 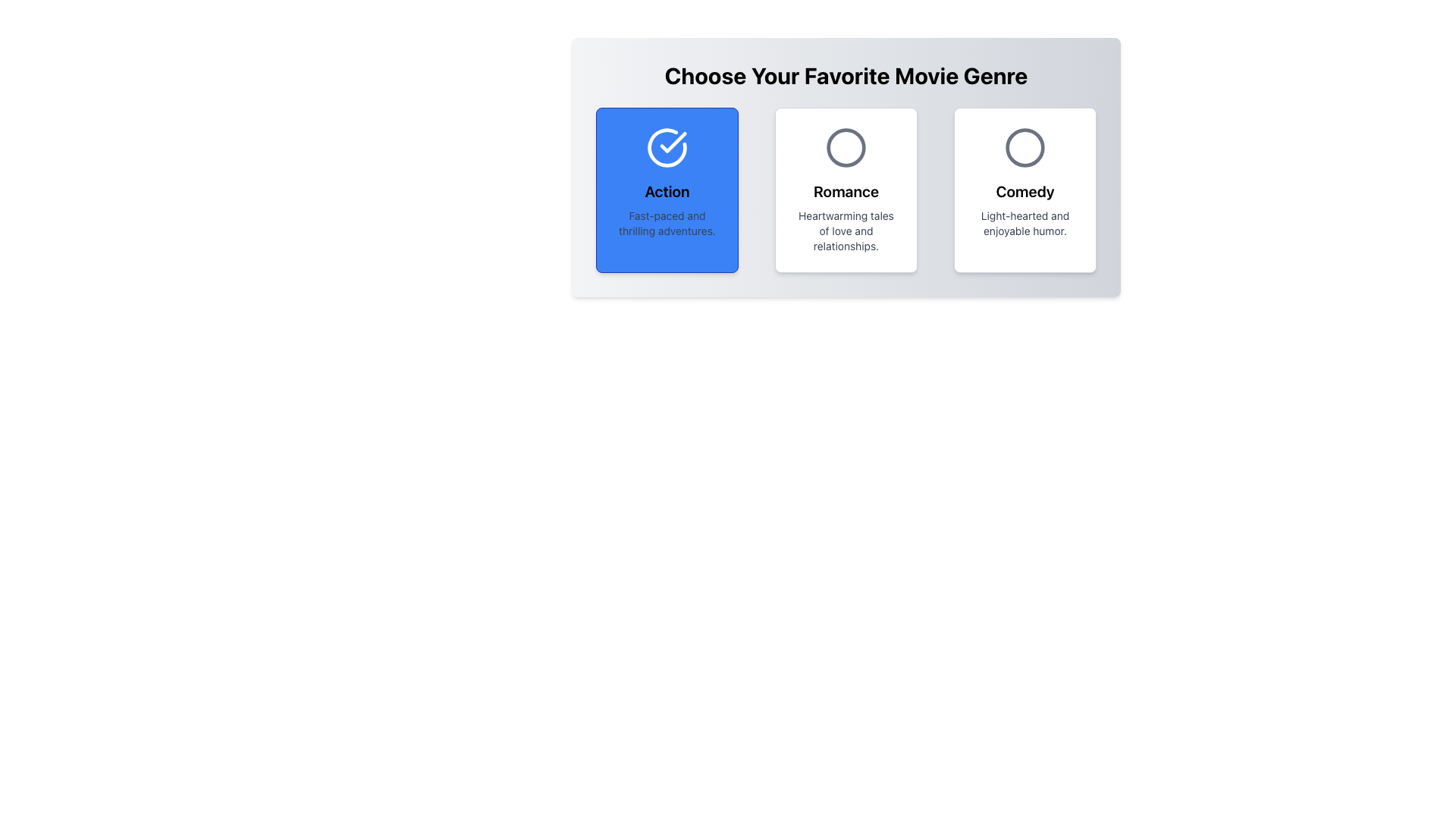 I want to click on the text label 'Comedy', which is the bold title within a card layout, positioned above the description 'Light-hearted and enjoyable humor.', so click(x=1025, y=191).